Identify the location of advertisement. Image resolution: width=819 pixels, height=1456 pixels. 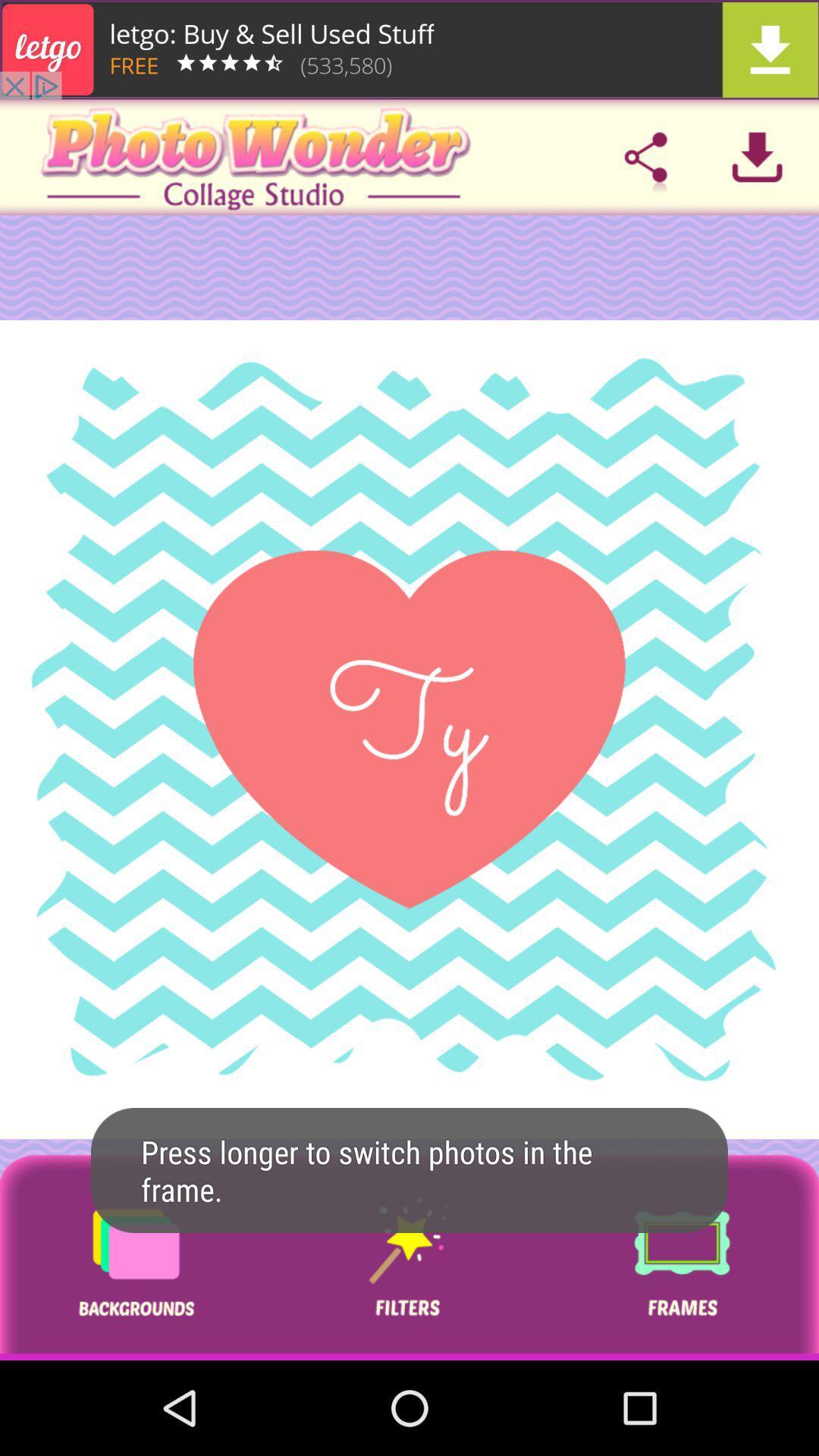
(409, 49).